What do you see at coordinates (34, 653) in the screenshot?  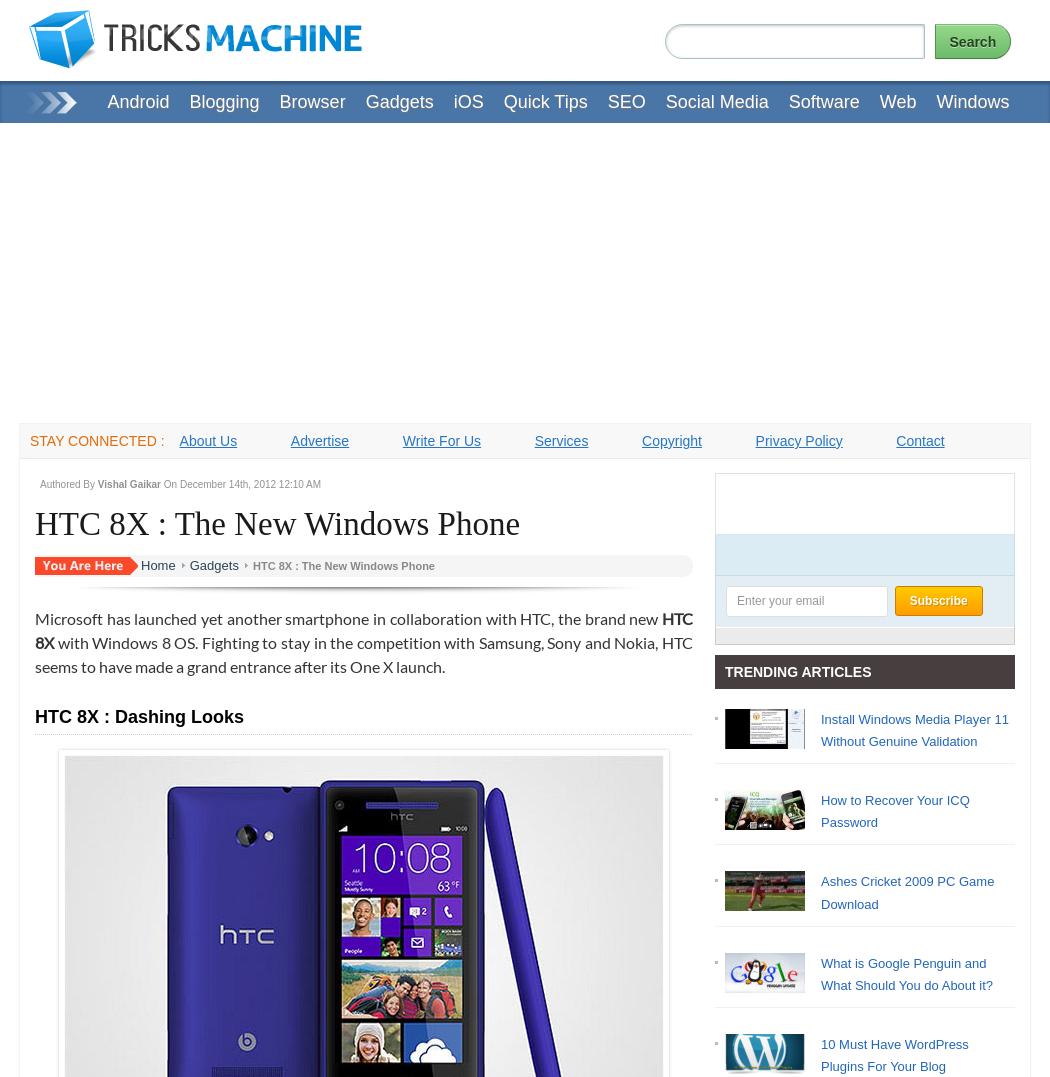 I see `'with Windows 8 OS. Fighting to stay in the competition with Samsung, Sony and Nokia, HTC seems to have made a grand entrance after its One X launch.'` at bounding box center [34, 653].